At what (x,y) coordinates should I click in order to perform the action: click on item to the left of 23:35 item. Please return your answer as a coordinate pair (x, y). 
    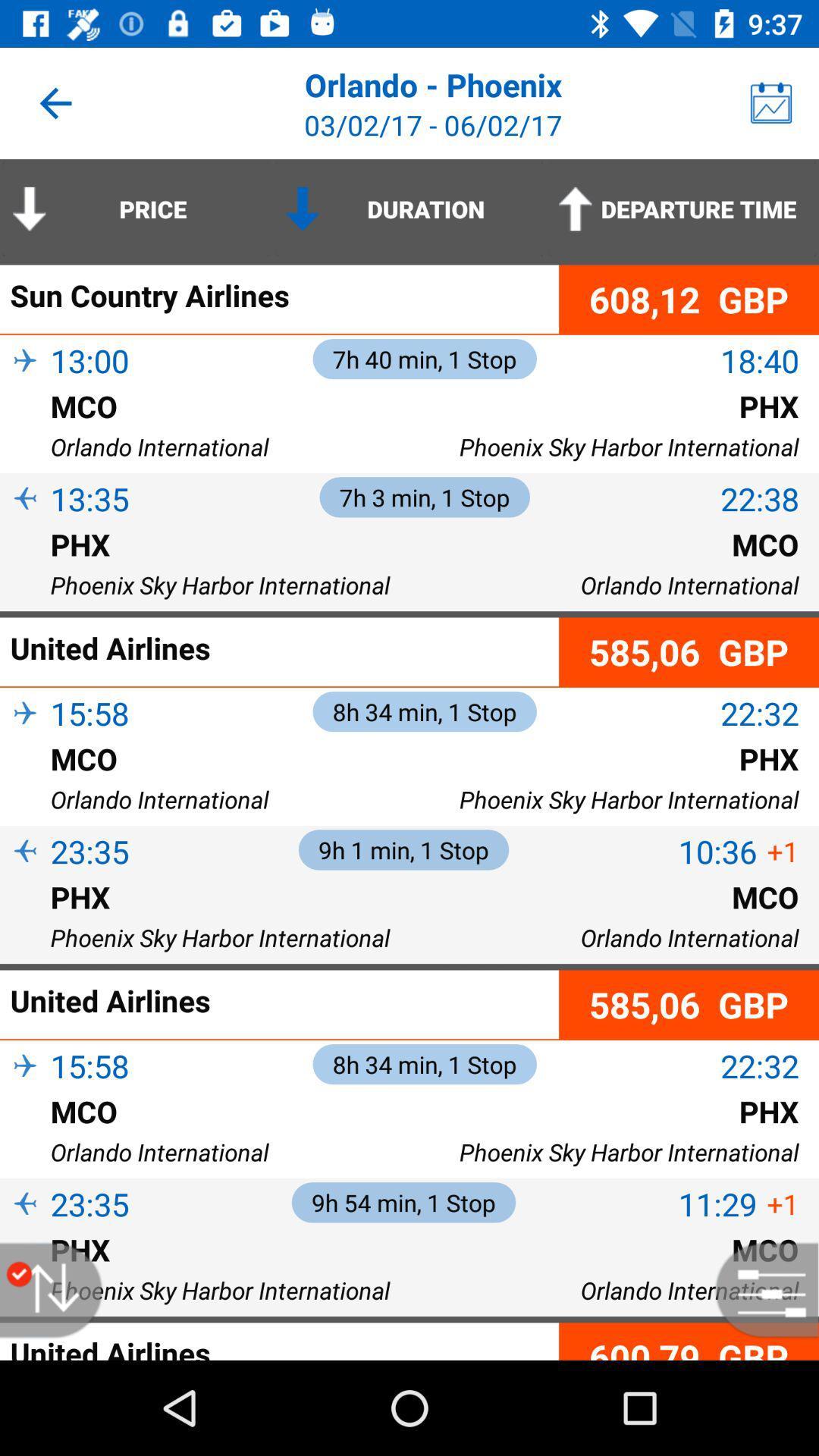
    Looking at the image, I should click on (25, 877).